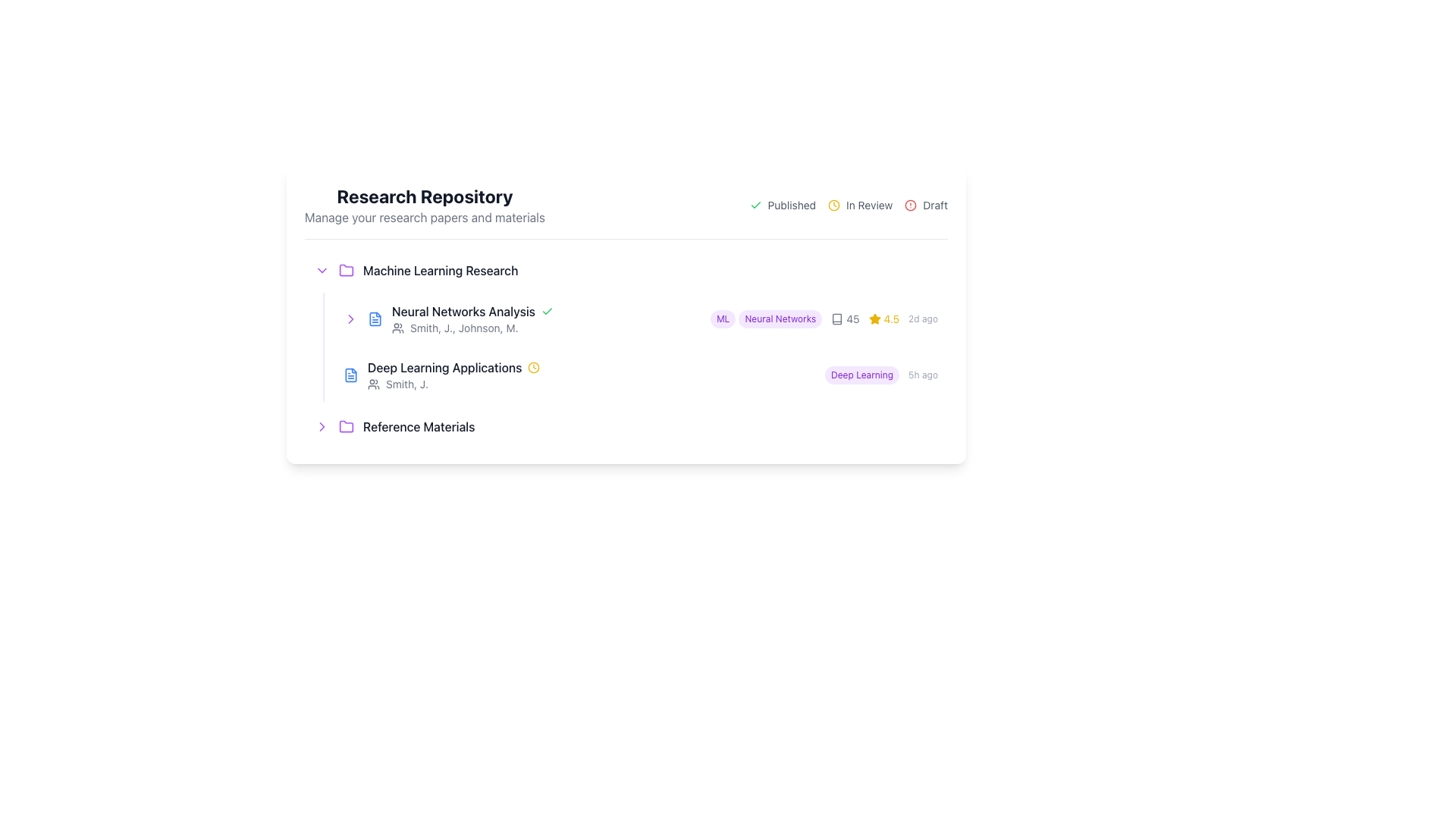  I want to click on the icon representing the folder for 'Machine Learning Research', which is located to the immediate left of the text in the 'Research Repository' section, so click(345, 270).